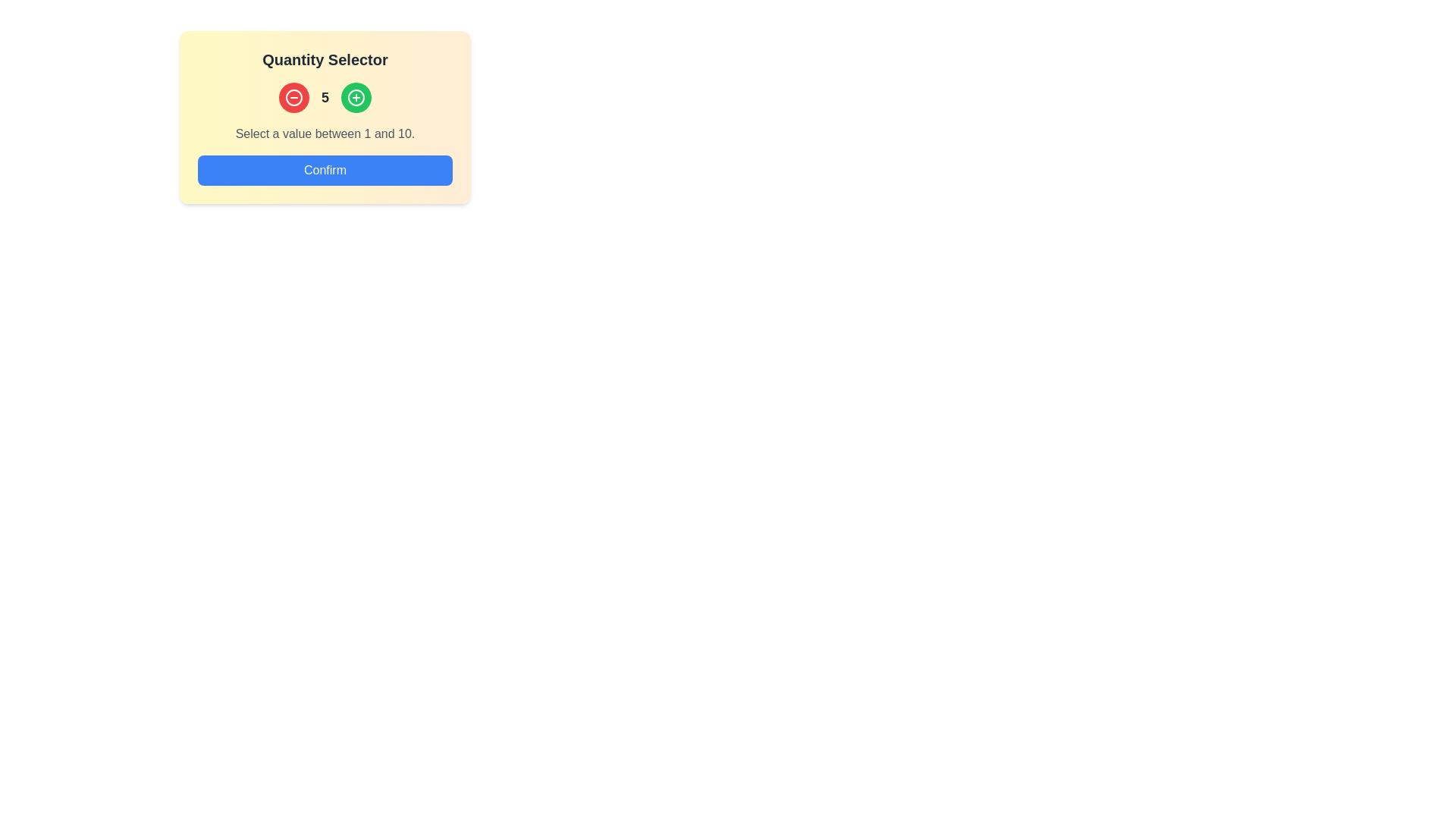 The height and width of the screenshot is (819, 1456). Describe the element at coordinates (294, 97) in the screenshot. I see `the circular red button with a white minus symbol, located below the 'Quantity Selector' header` at that location.